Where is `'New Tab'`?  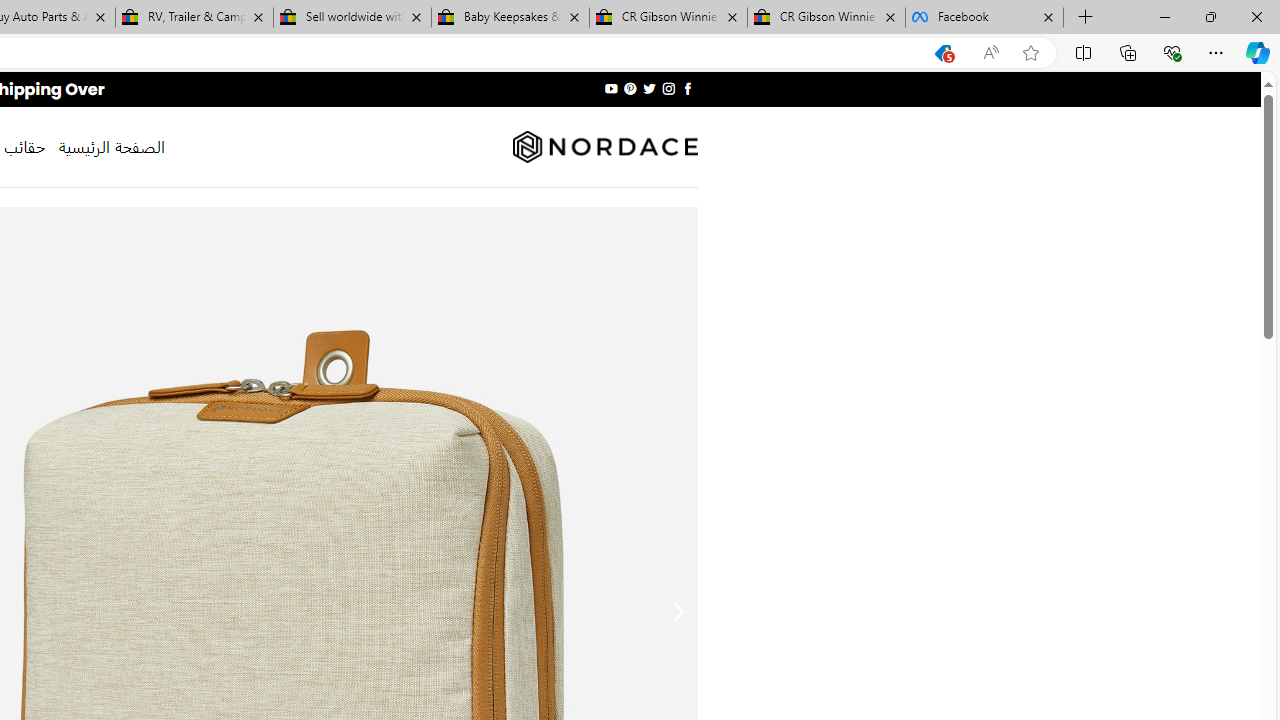 'New Tab' is located at coordinates (1085, 17).